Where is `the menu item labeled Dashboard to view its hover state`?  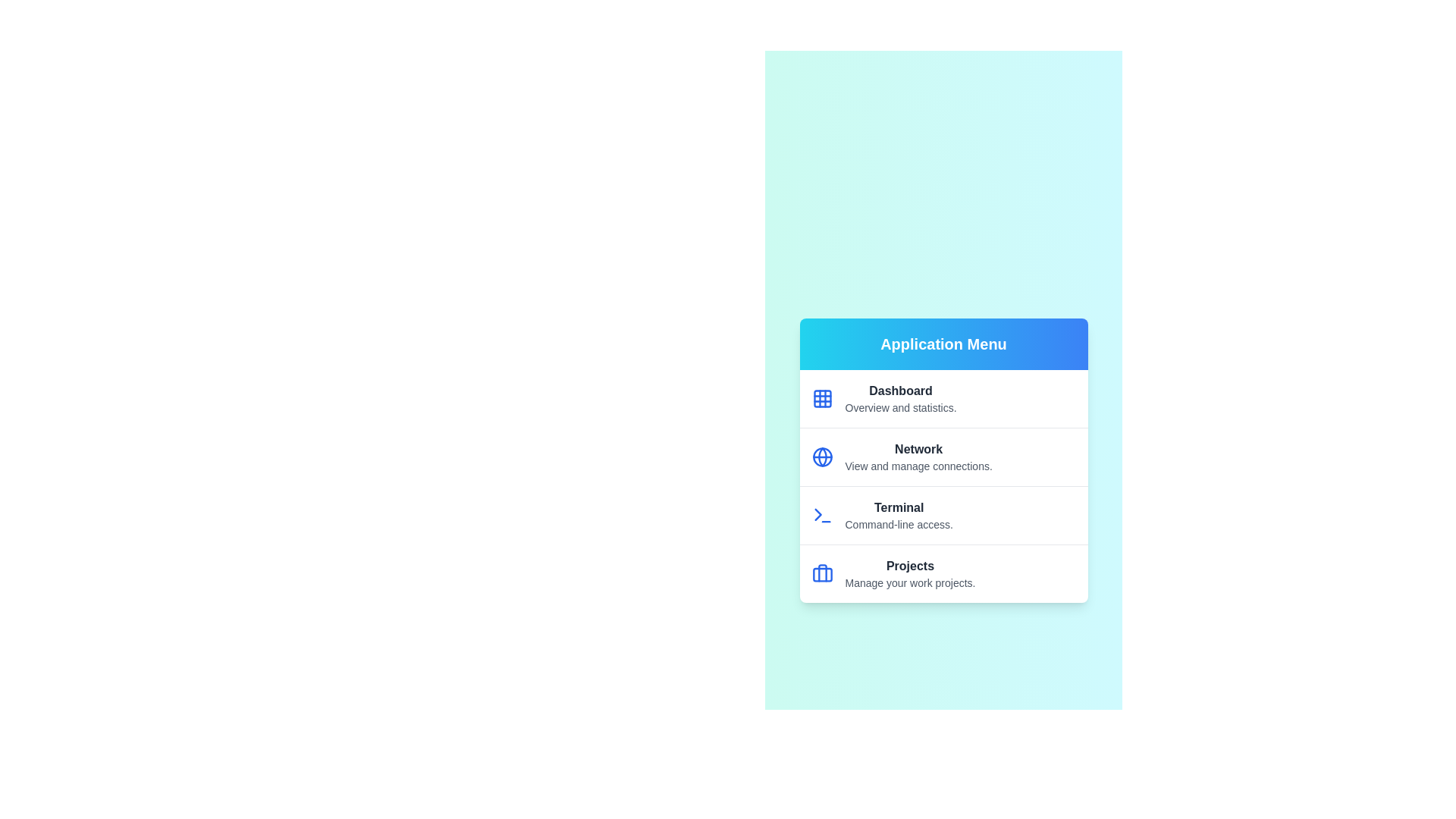
the menu item labeled Dashboard to view its hover state is located at coordinates (943, 397).